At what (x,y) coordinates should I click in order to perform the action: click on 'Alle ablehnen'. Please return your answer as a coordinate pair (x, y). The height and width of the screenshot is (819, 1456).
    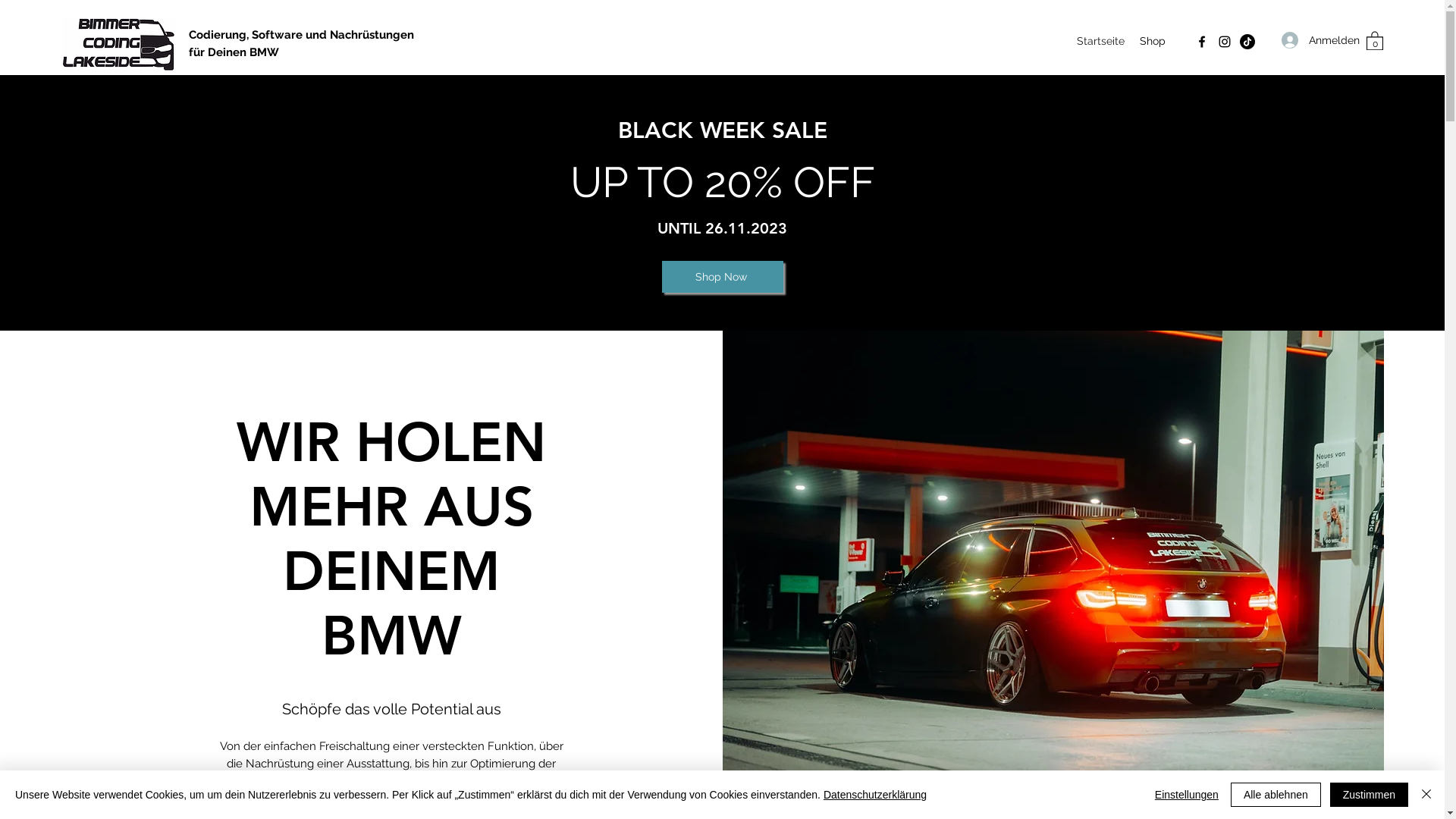
    Looking at the image, I should click on (1275, 794).